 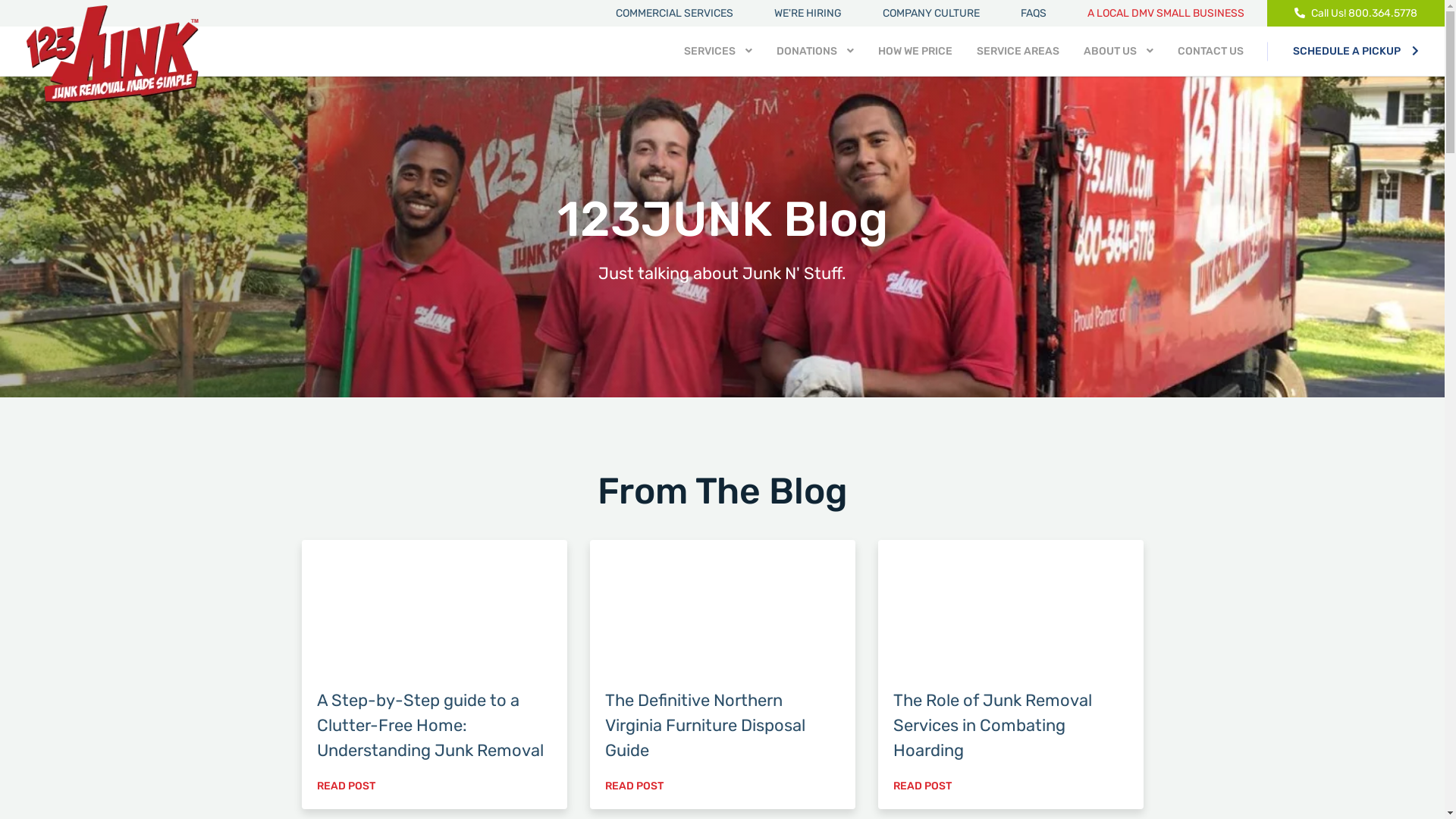 I want to click on 'CONTACT US', so click(x=1177, y=50).